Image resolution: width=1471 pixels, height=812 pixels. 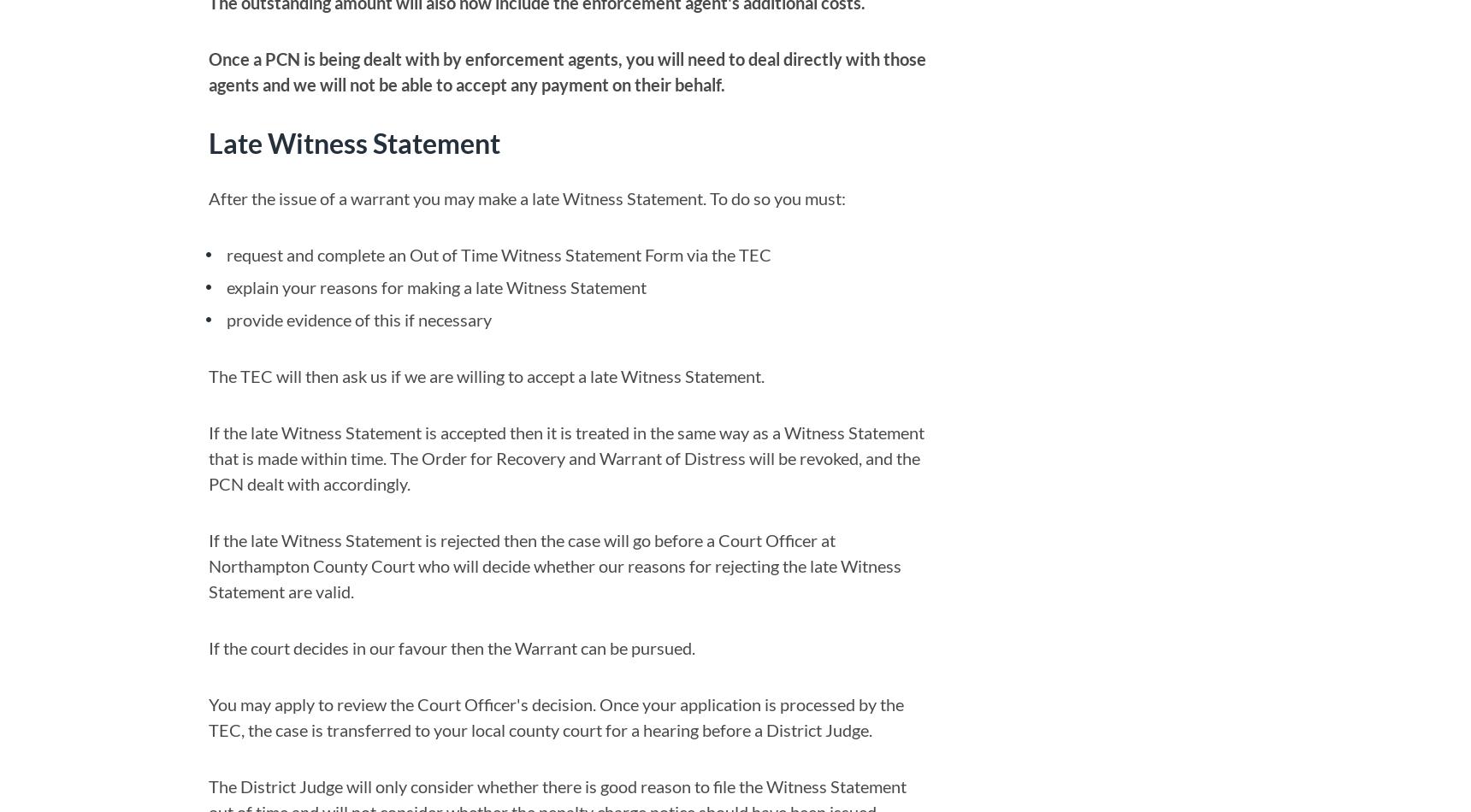 What do you see at coordinates (556, 716) in the screenshot?
I see `'You may apply to review the Court Officer's decision. Once your application is processed by the TEC, the case is transferred to your local county court for a hearing before a District Judge.'` at bounding box center [556, 716].